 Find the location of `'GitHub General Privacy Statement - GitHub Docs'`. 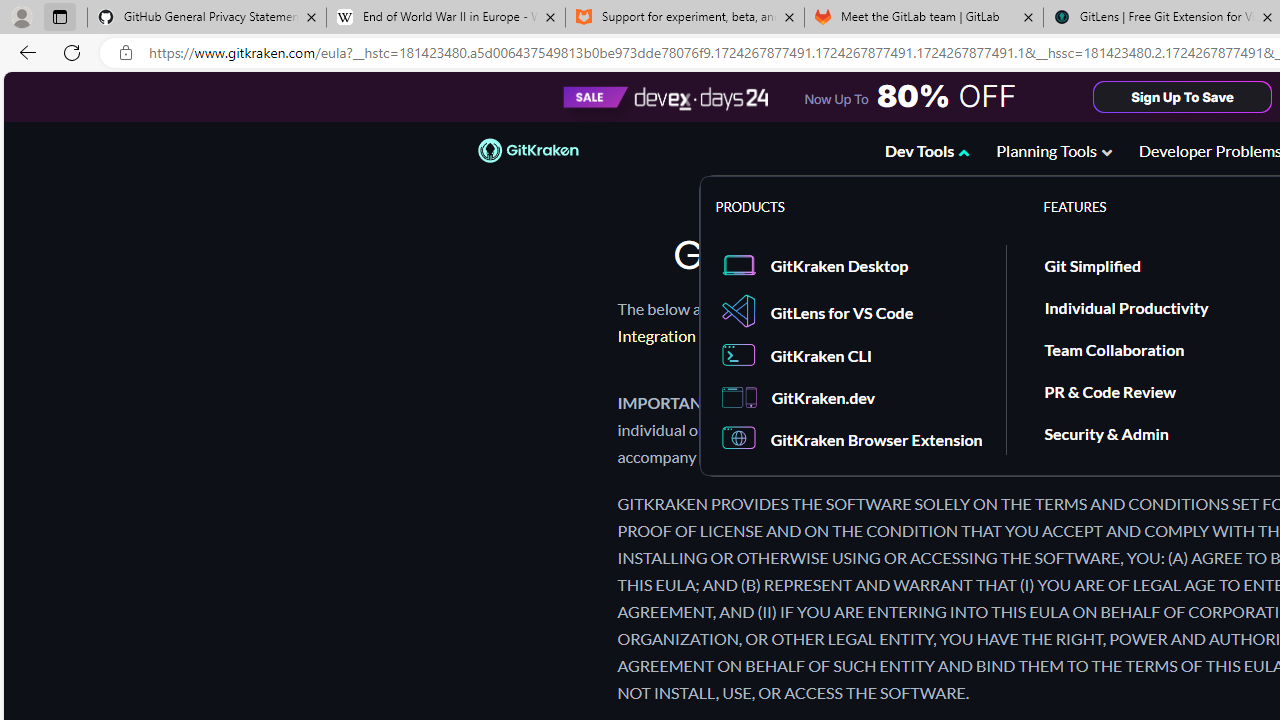

'GitHub General Privacy Statement - GitHub Docs' is located at coordinates (207, 17).